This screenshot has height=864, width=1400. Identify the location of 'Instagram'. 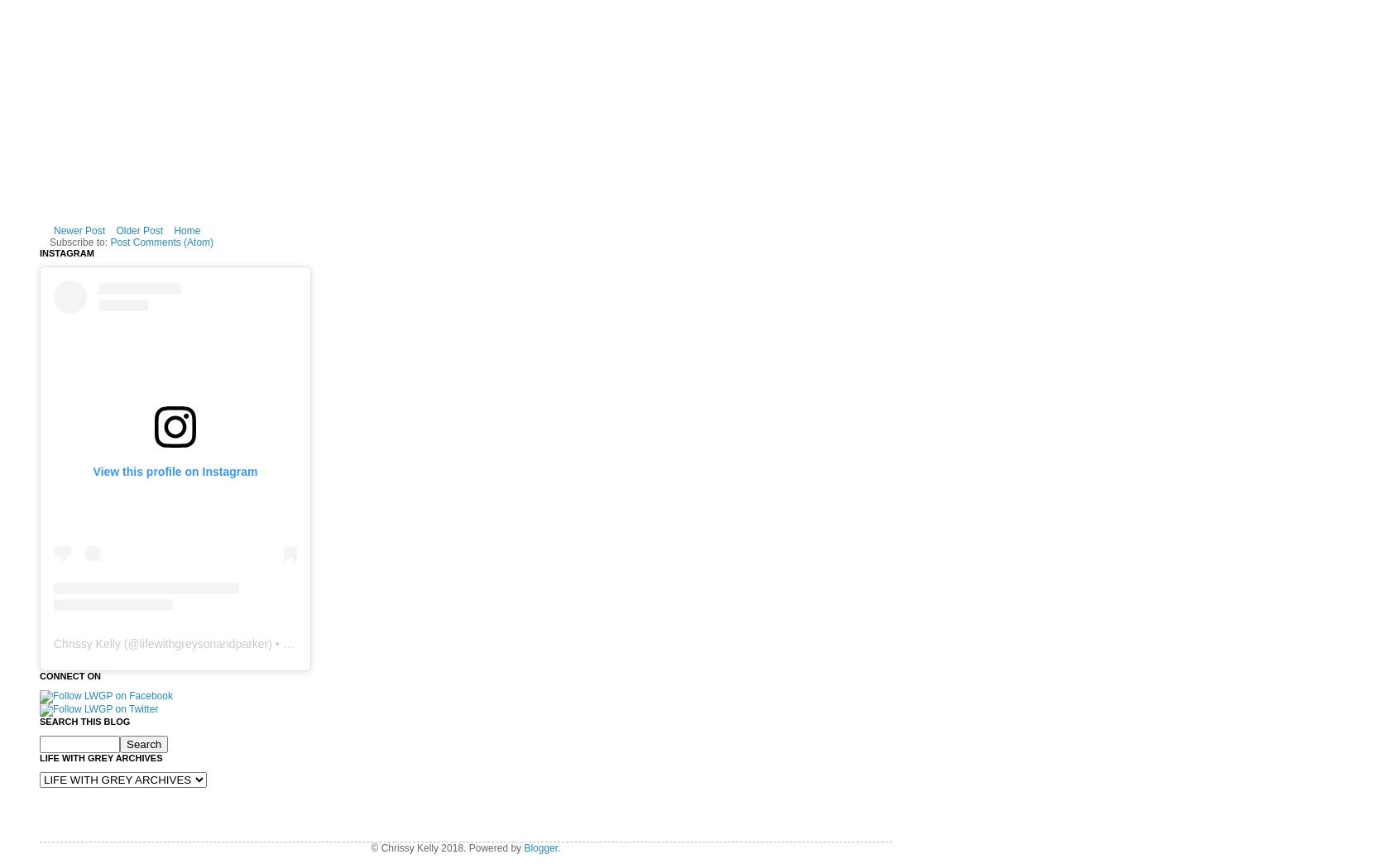
(66, 251).